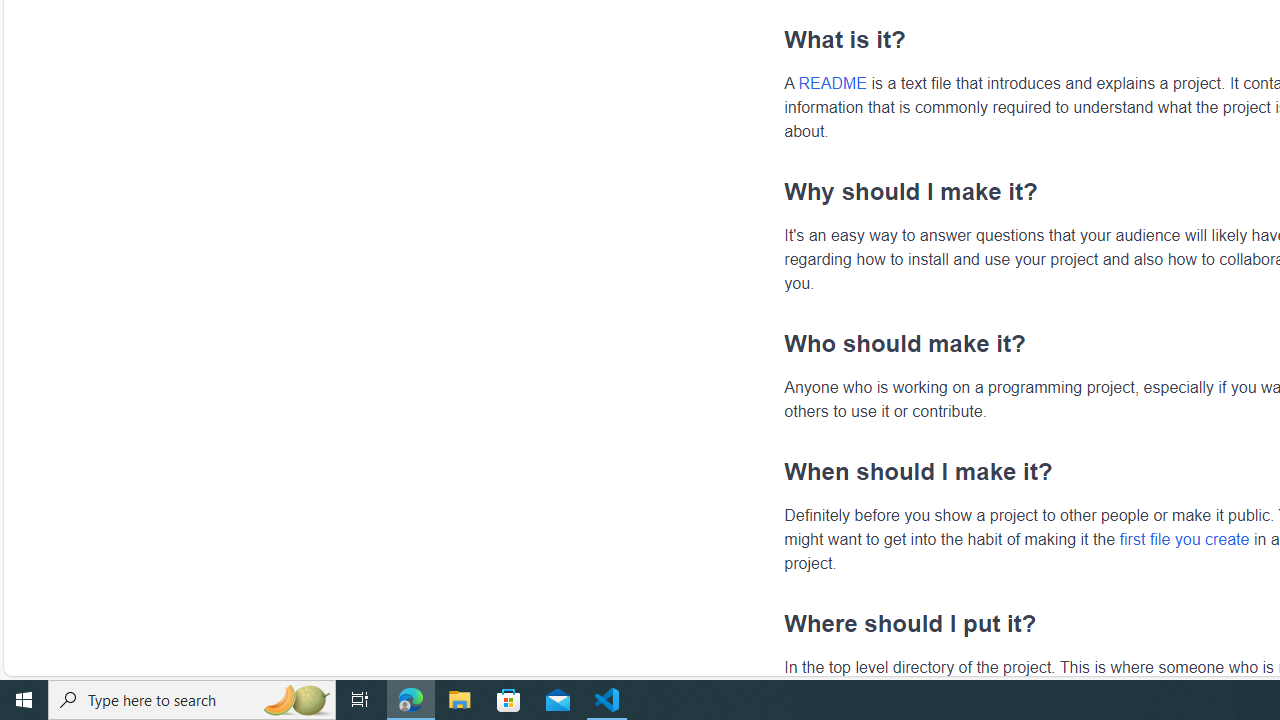 The height and width of the screenshot is (720, 1280). What do you see at coordinates (832, 82) in the screenshot?
I see `'README'` at bounding box center [832, 82].